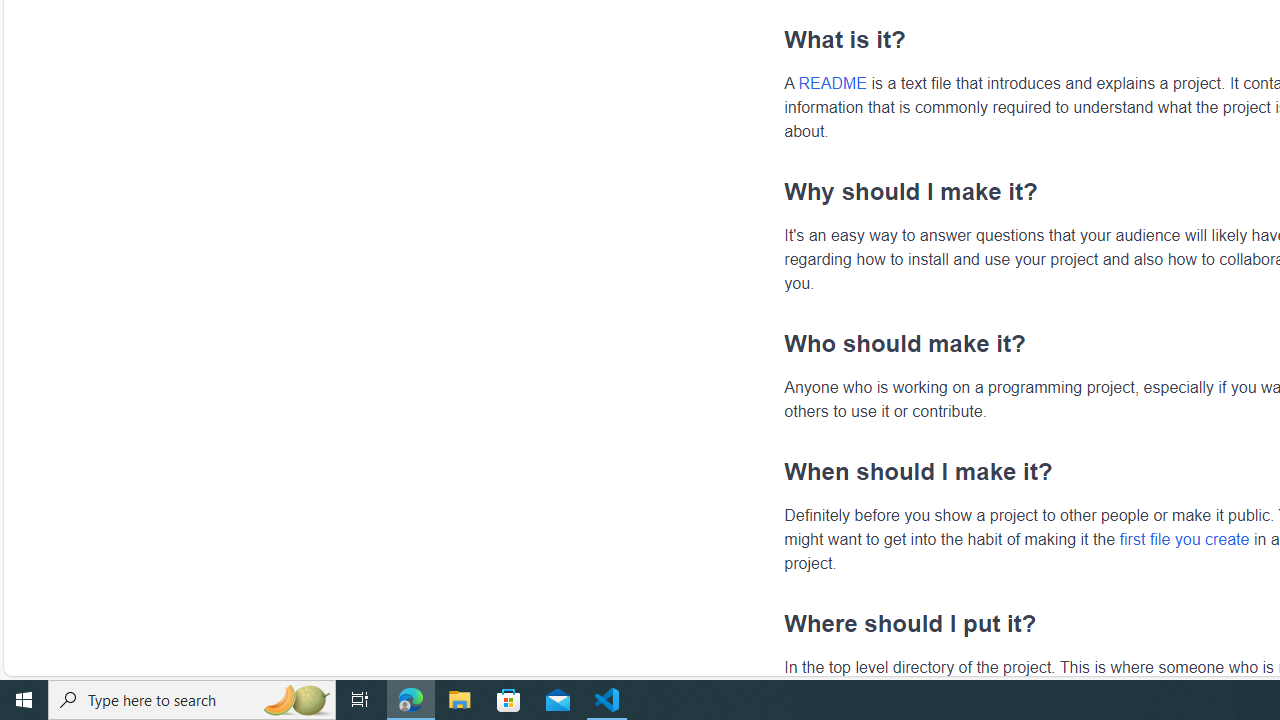 The height and width of the screenshot is (720, 1280). What do you see at coordinates (832, 82) in the screenshot?
I see `'README'` at bounding box center [832, 82].